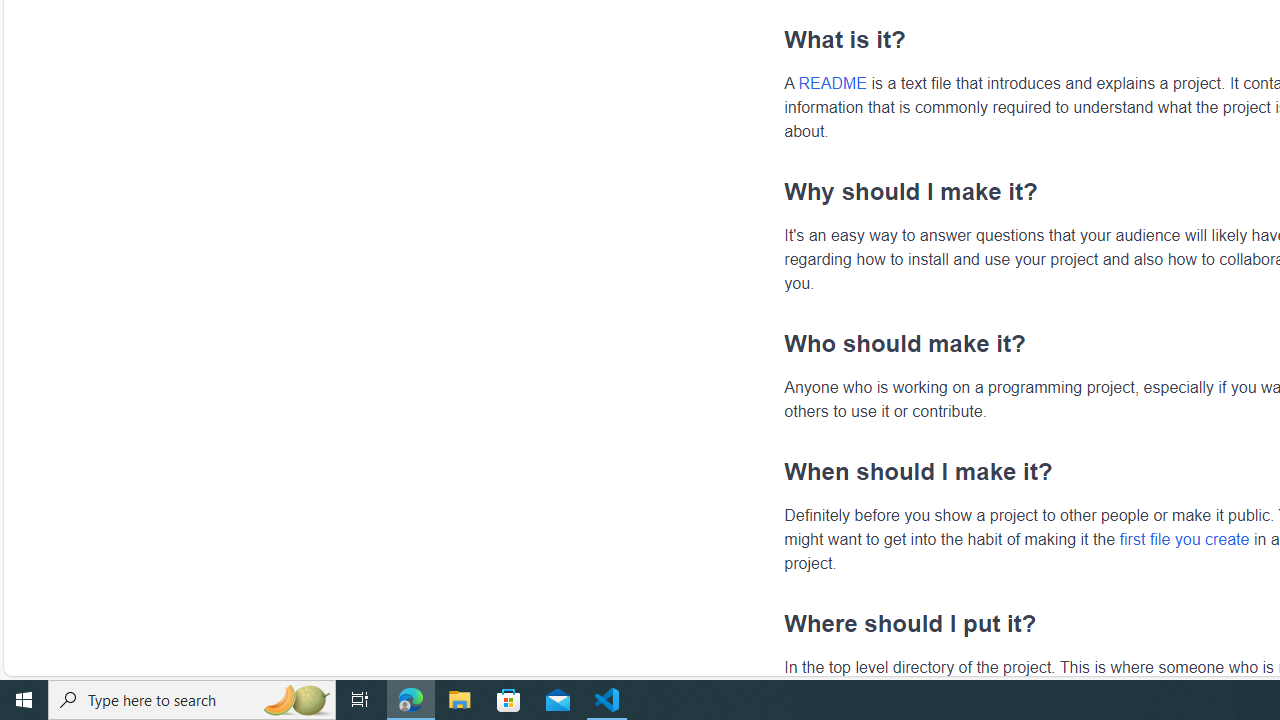 The height and width of the screenshot is (720, 1280). What do you see at coordinates (832, 82) in the screenshot?
I see `'README'` at bounding box center [832, 82].